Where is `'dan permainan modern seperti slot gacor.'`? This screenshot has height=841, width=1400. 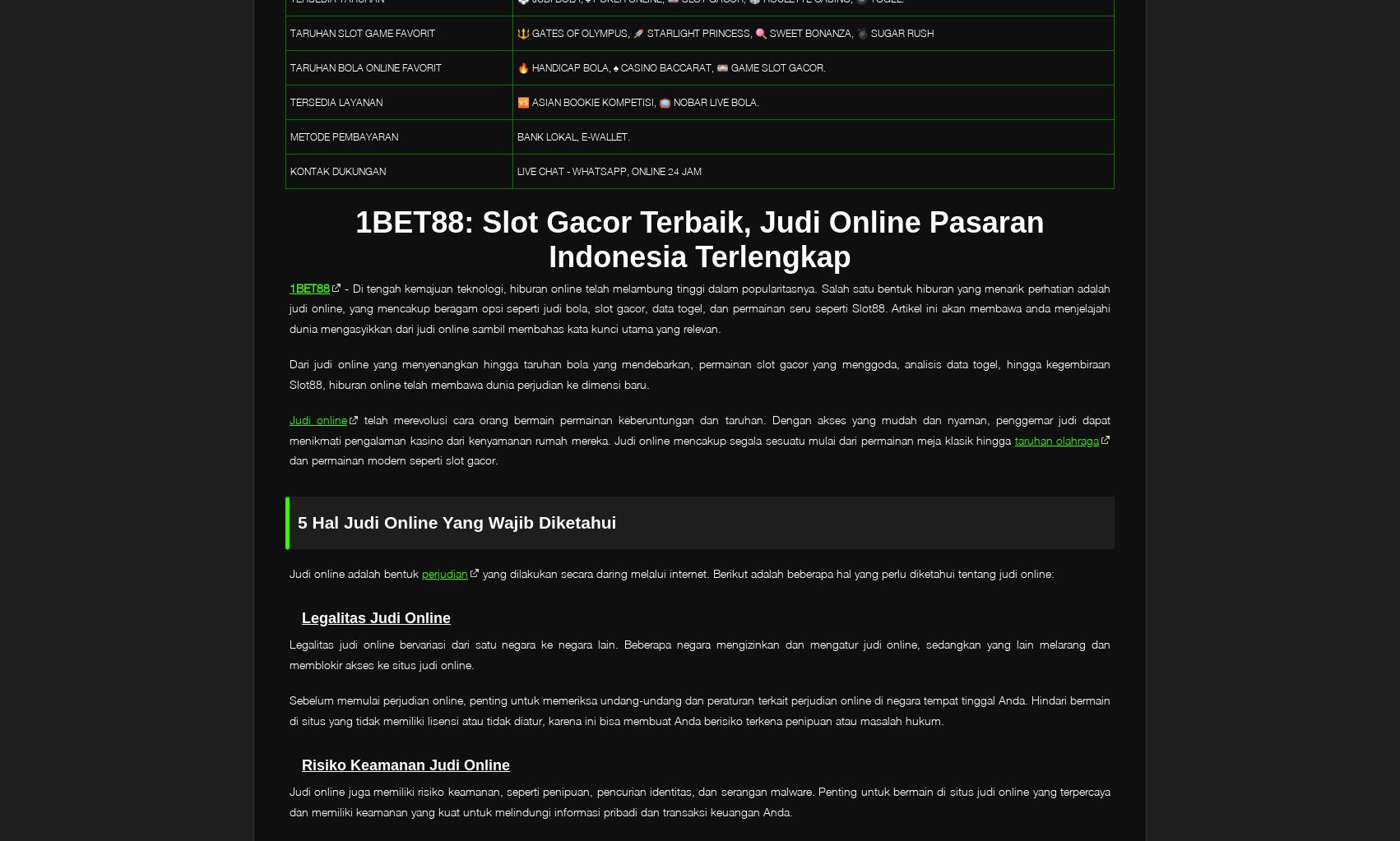
'dan permainan modern seperti slot gacor.' is located at coordinates (392, 460).